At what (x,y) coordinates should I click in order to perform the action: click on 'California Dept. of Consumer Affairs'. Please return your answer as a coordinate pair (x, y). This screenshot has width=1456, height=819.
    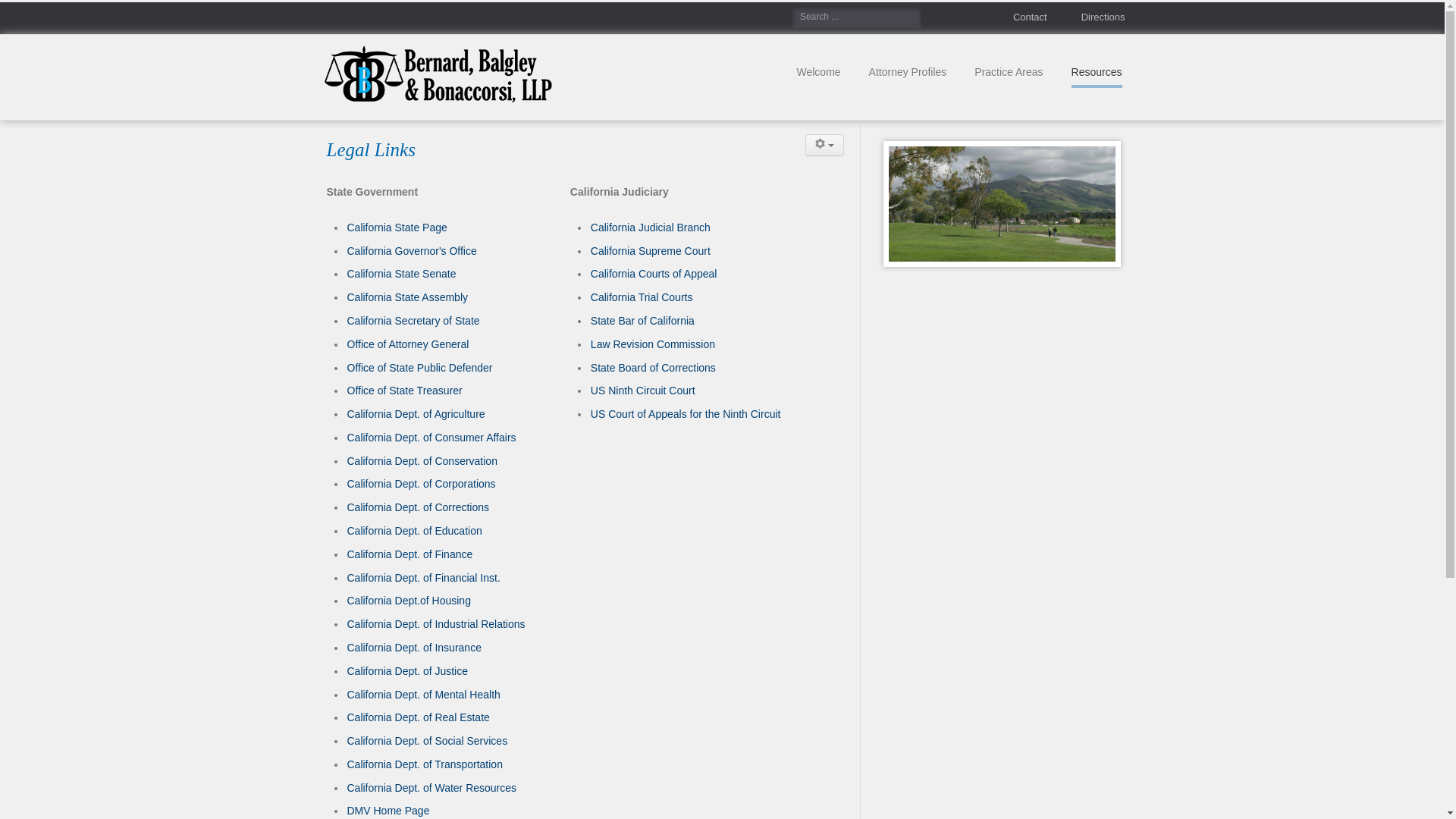
    Looking at the image, I should click on (431, 438).